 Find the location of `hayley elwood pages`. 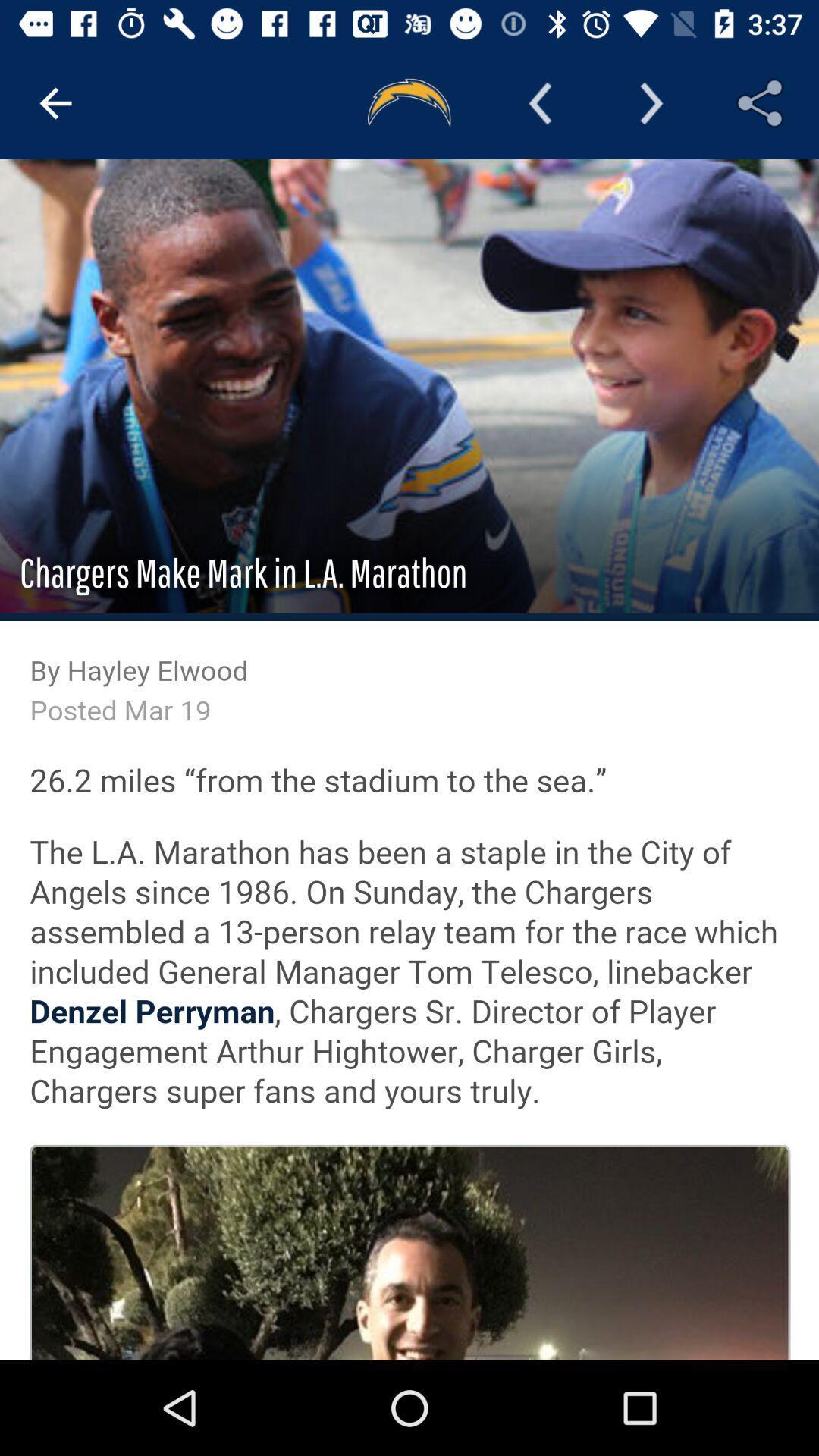

hayley elwood pages is located at coordinates (409, 760).